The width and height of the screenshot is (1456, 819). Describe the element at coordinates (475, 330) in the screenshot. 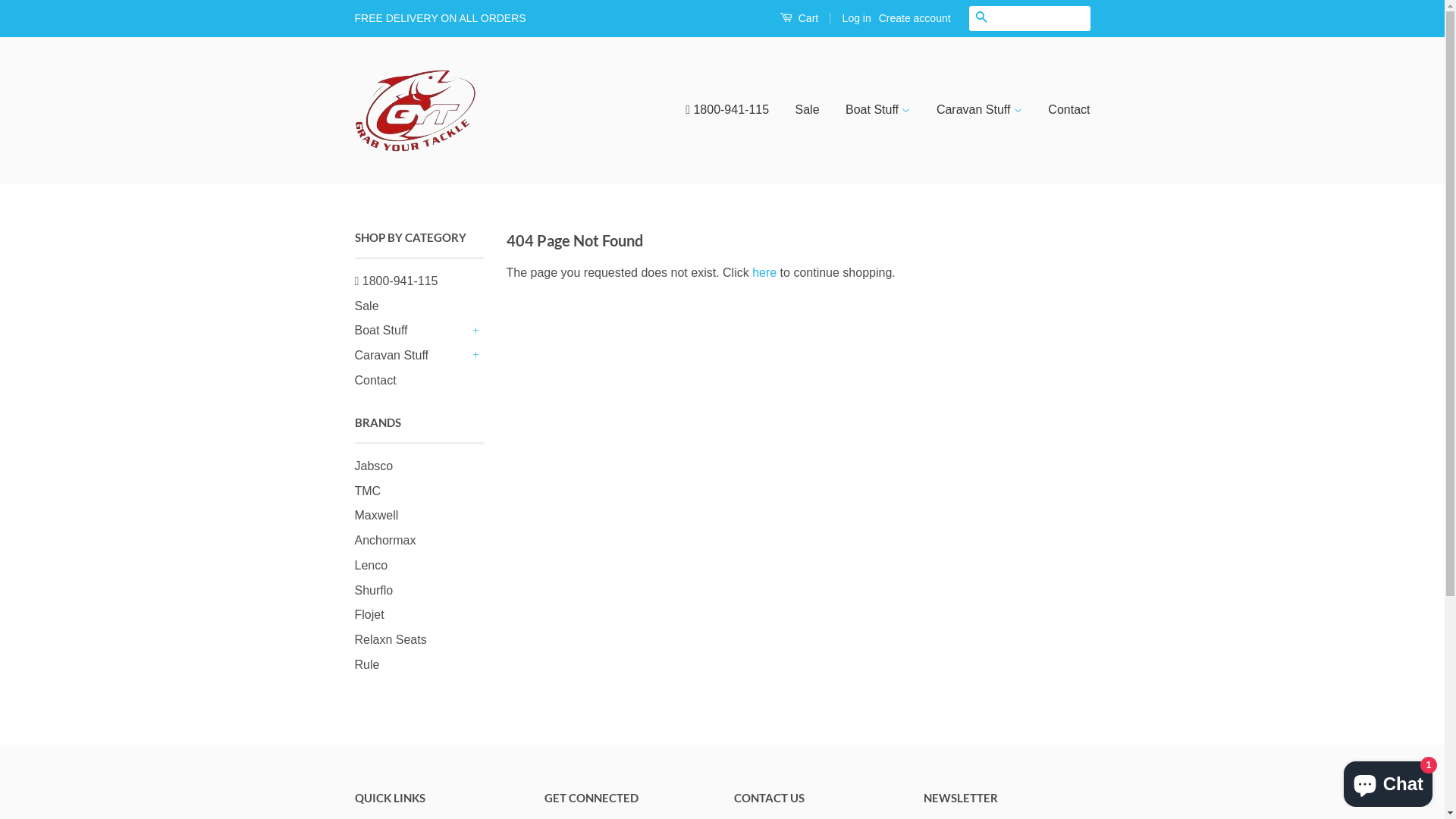

I see `'+'` at that location.